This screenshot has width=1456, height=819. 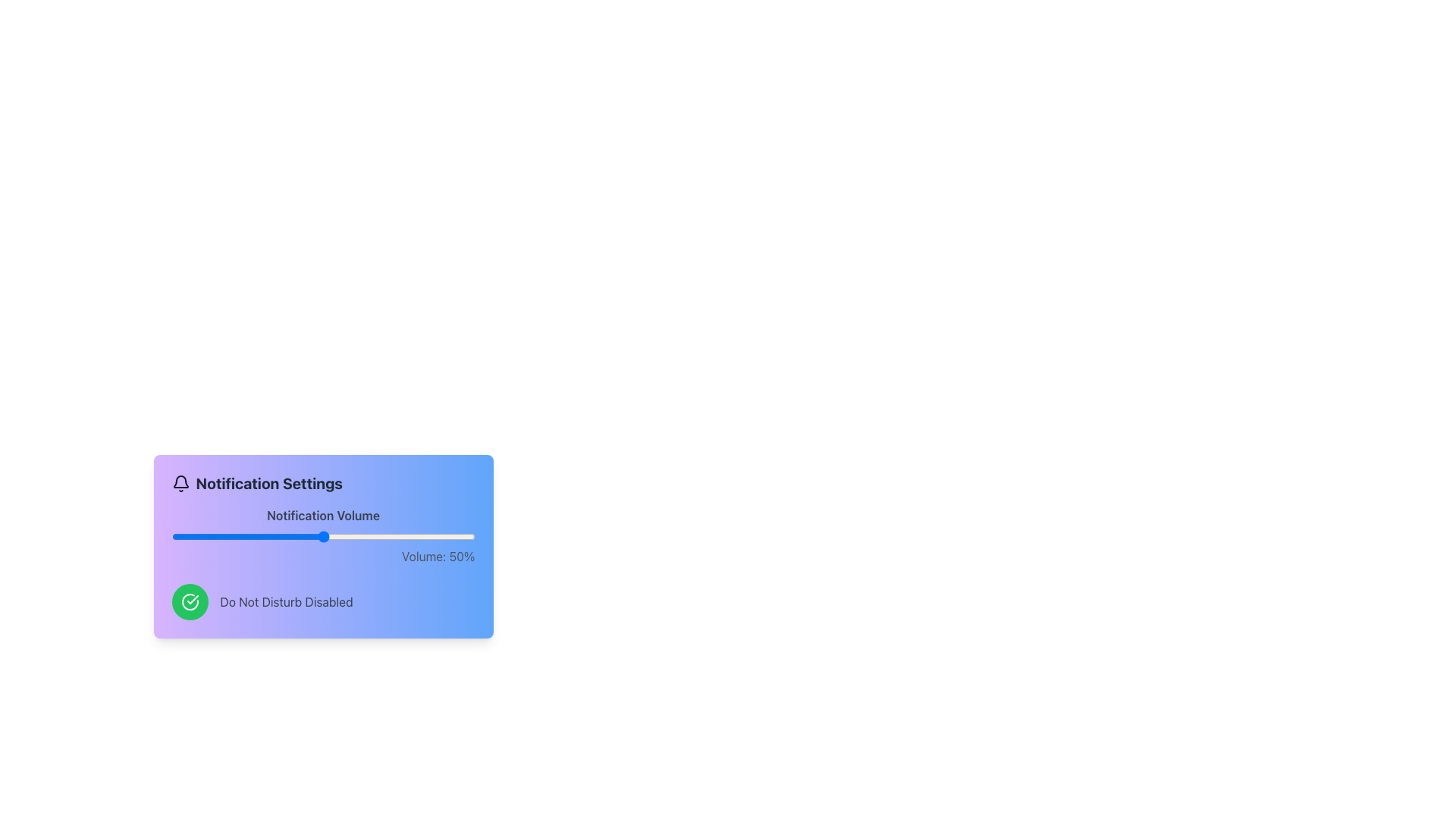 What do you see at coordinates (231, 536) in the screenshot?
I see `the notification volume` at bounding box center [231, 536].